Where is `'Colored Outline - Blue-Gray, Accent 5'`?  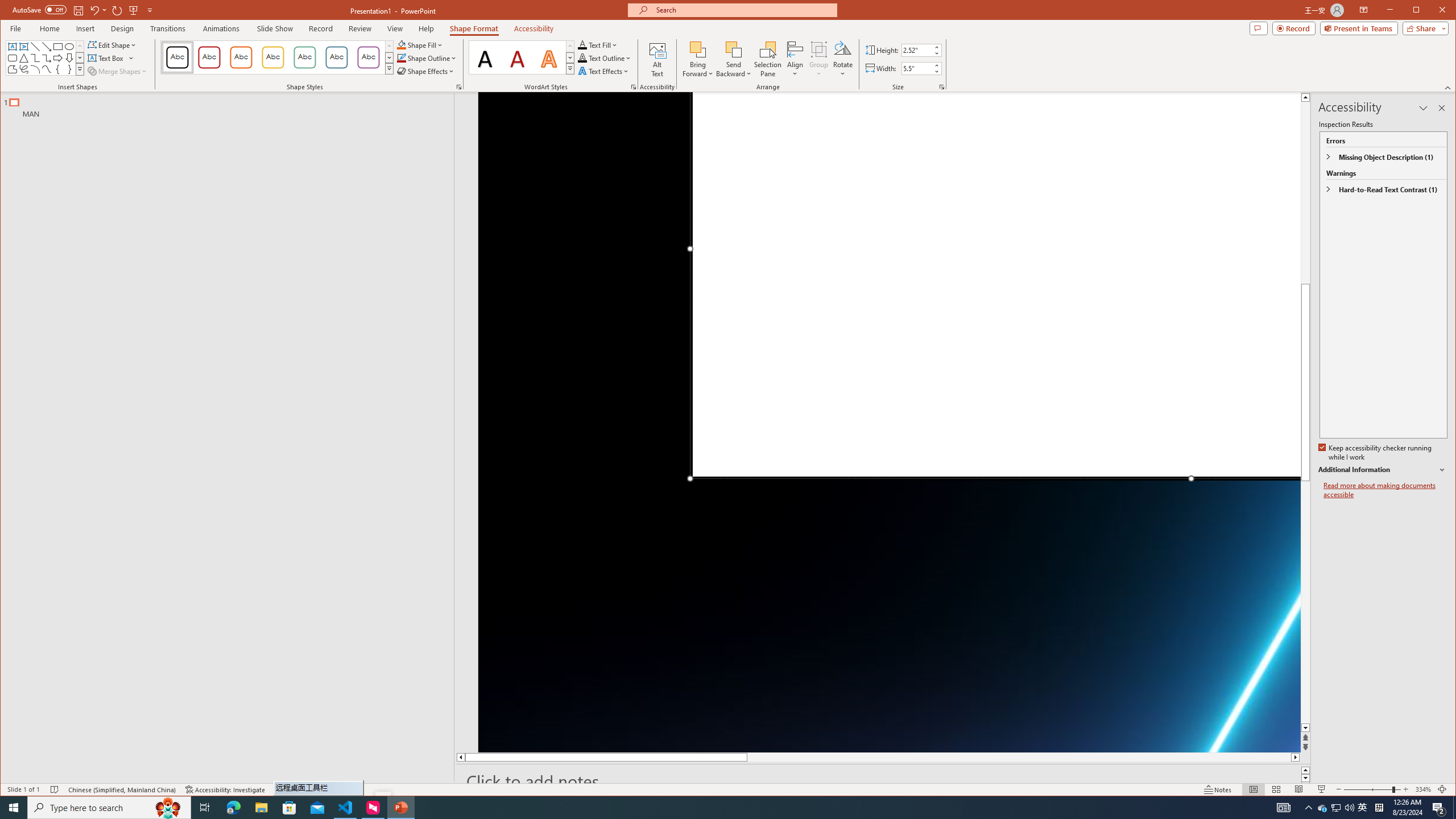 'Colored Outline - Blue-Gray, Accent 5' is located at coordinates (336, 57).